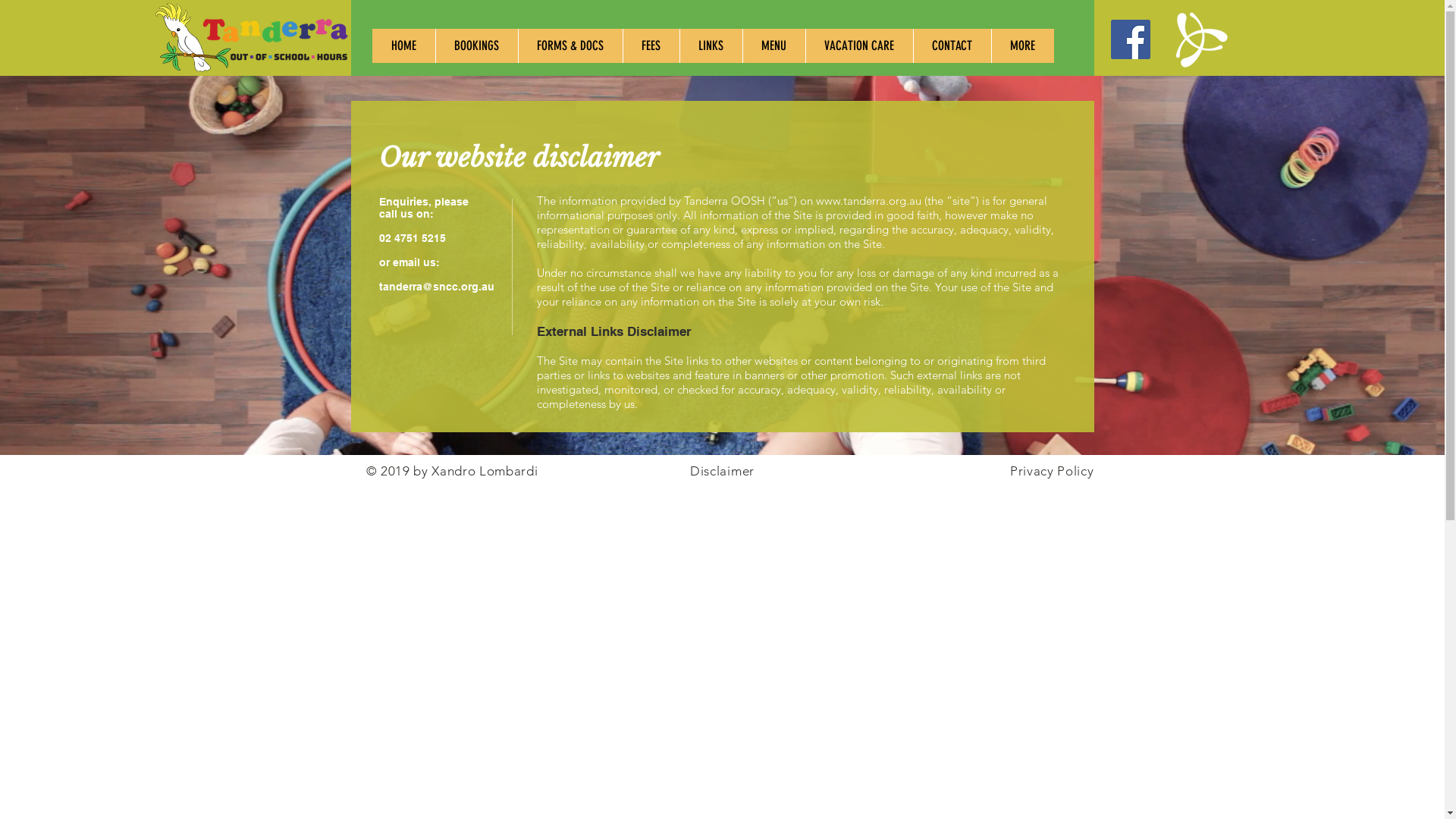 Image resolution: width=1456 pixels, height=819 pixels. What do you see at coordinates (742, 45) in the screenshot?
I see `'MENU'` at bounding box center [742, 45].